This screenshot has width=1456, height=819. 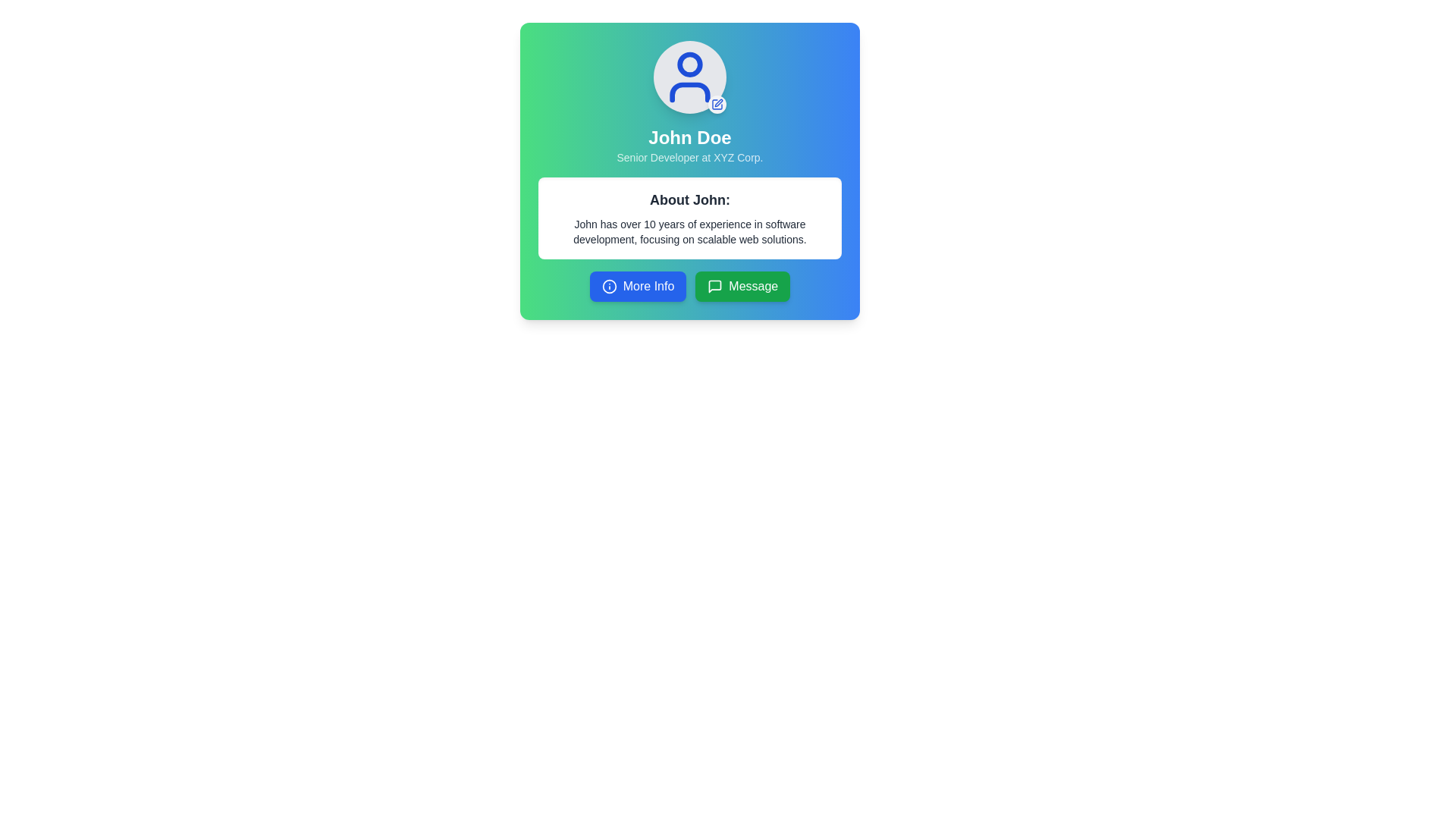 I want to click on the 'Message' button in the button group located at the bottom center of John Doe's card, so click(x=689, y=287).